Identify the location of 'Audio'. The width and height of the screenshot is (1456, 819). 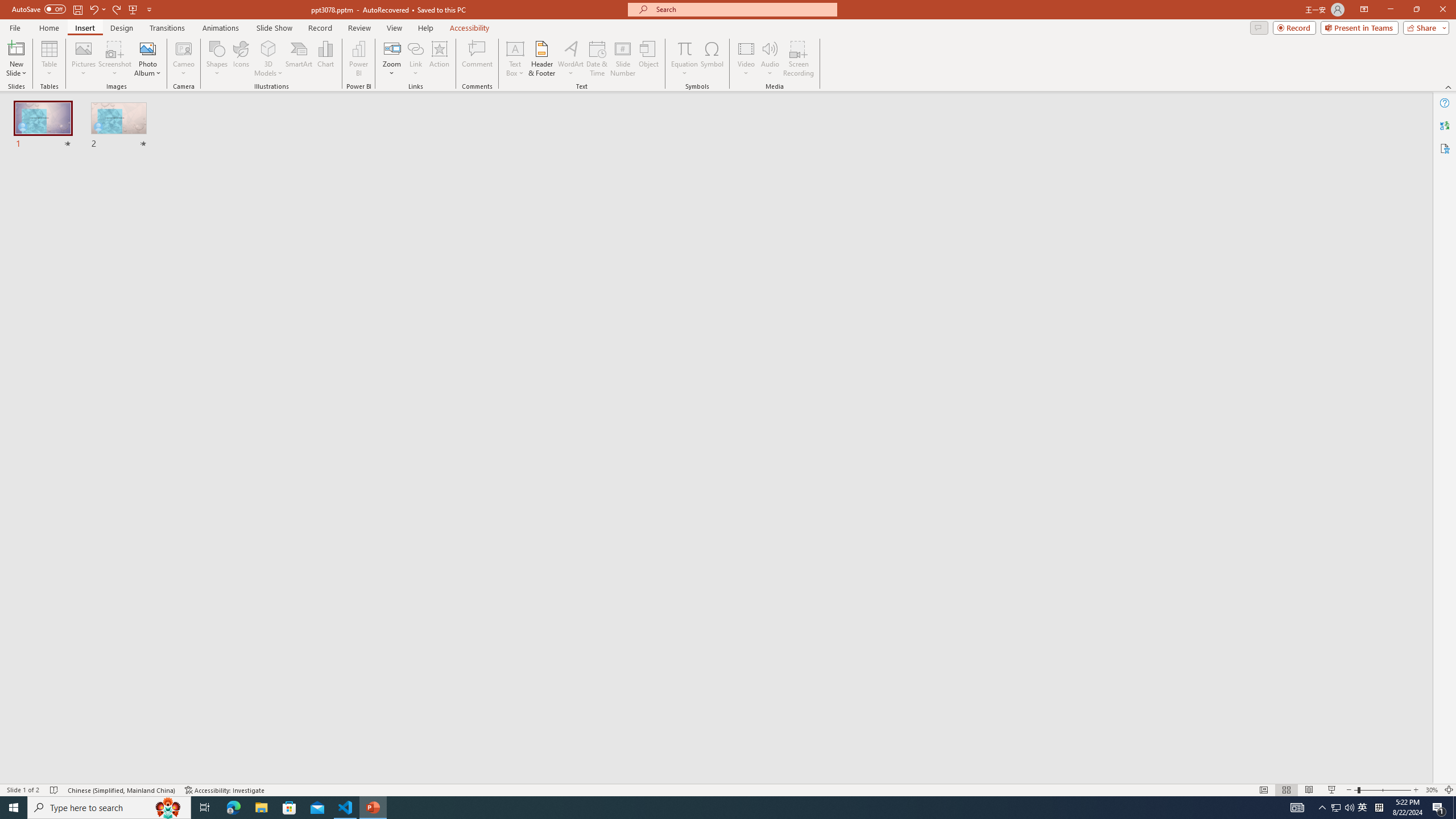
(770, 59).